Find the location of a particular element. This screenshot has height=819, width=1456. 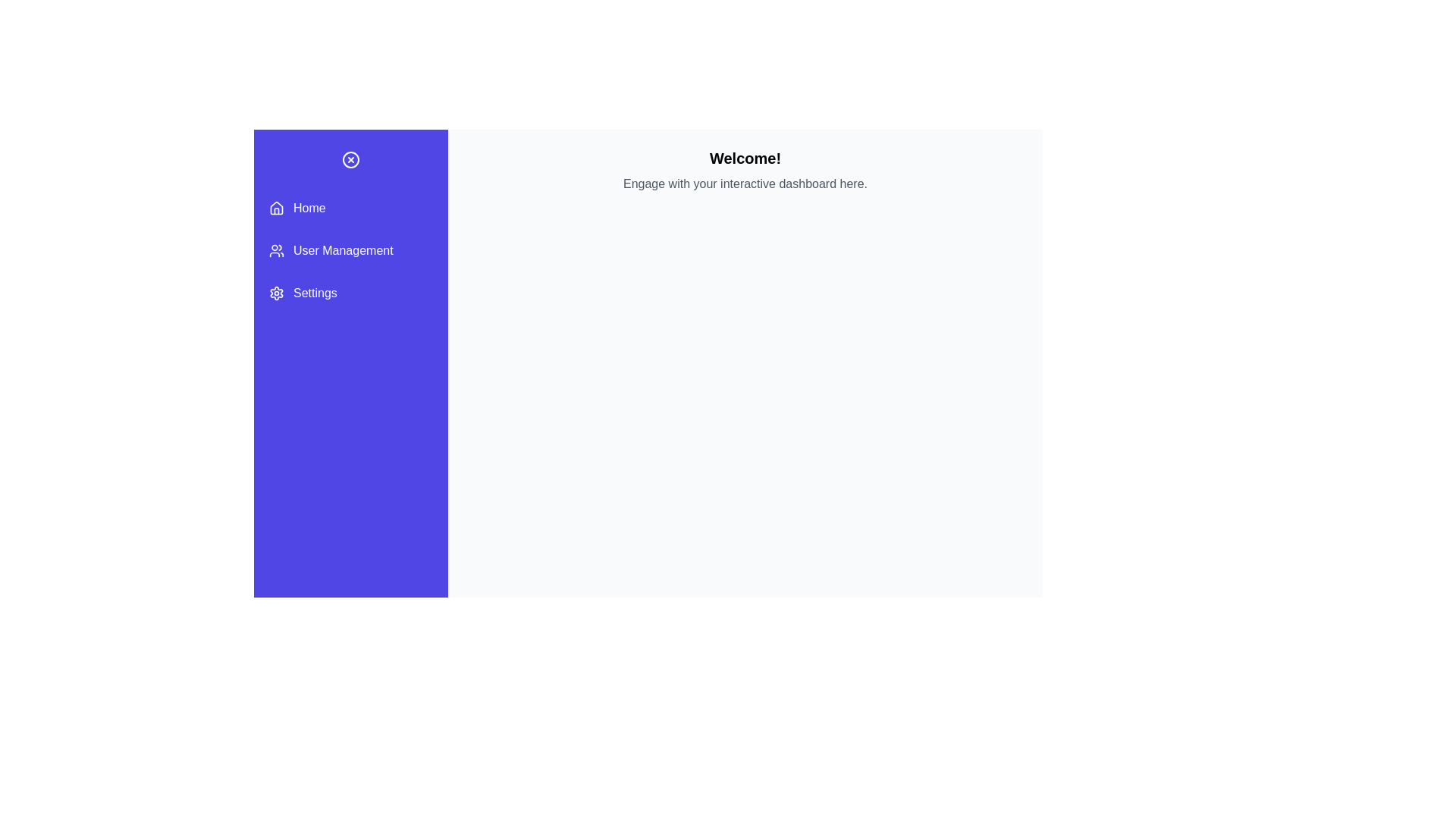

the menu item User Management to navigate is located at coordinates (350, 250).